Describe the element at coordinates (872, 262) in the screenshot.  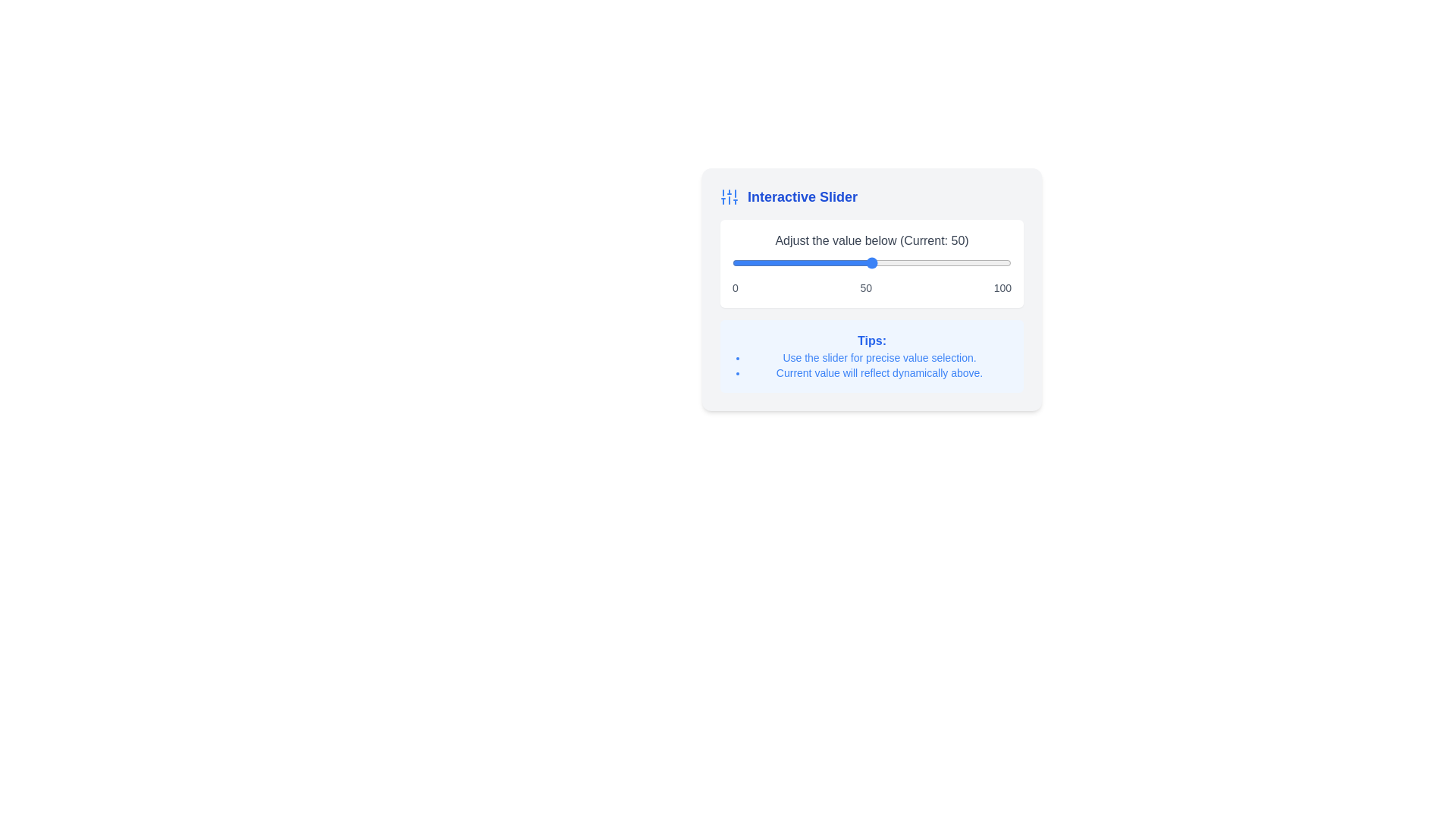
I see `the knob of the Range slider located below the label 'Adjust the value below (Current: 50)'` at that location.